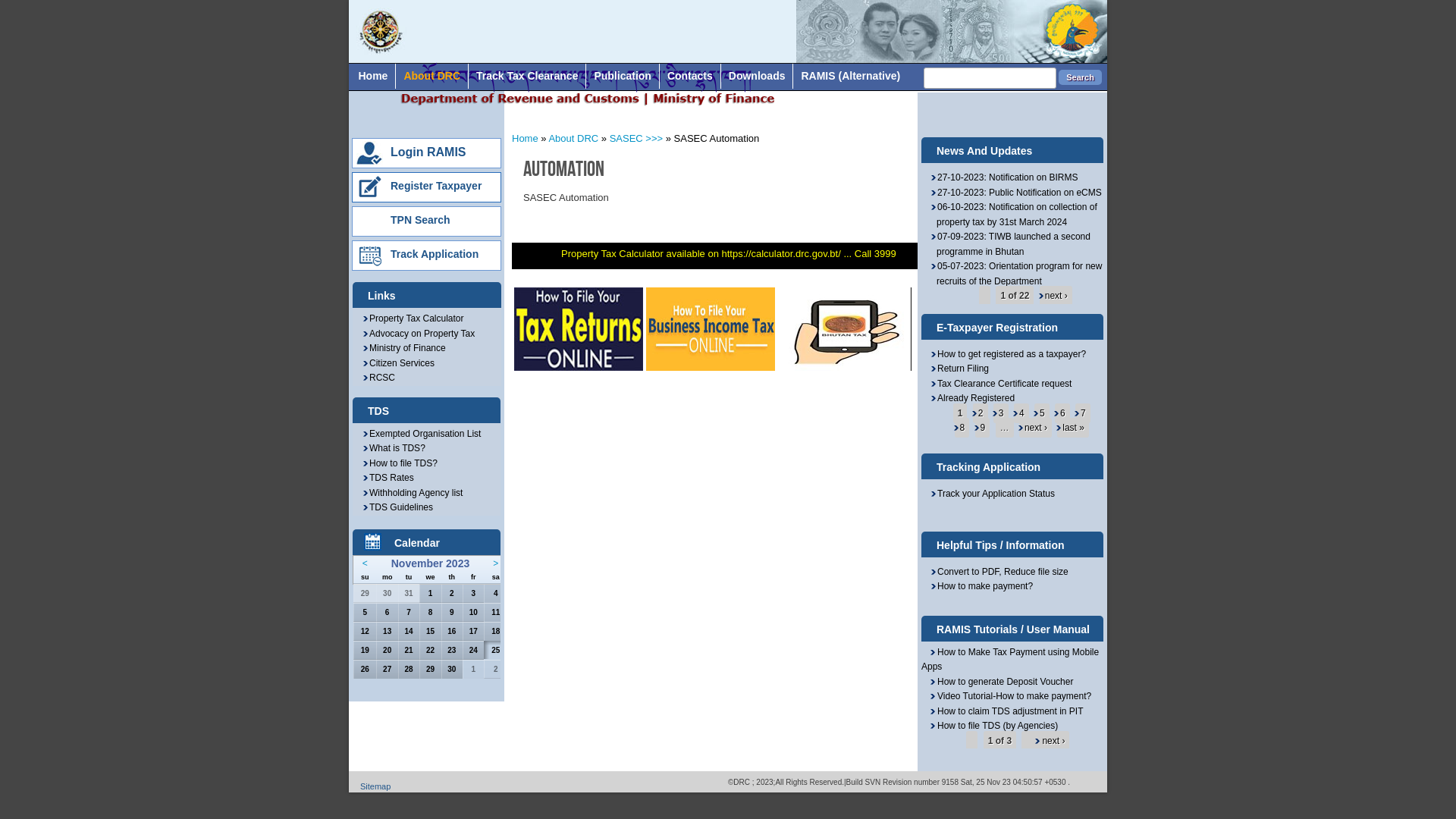 The width and height of the screenshot is (1456, 819). What do you see at coordinates (468, 76) in the screenshot?
I see `'Track Tax Clearance'` at bounding box center [468, 76].